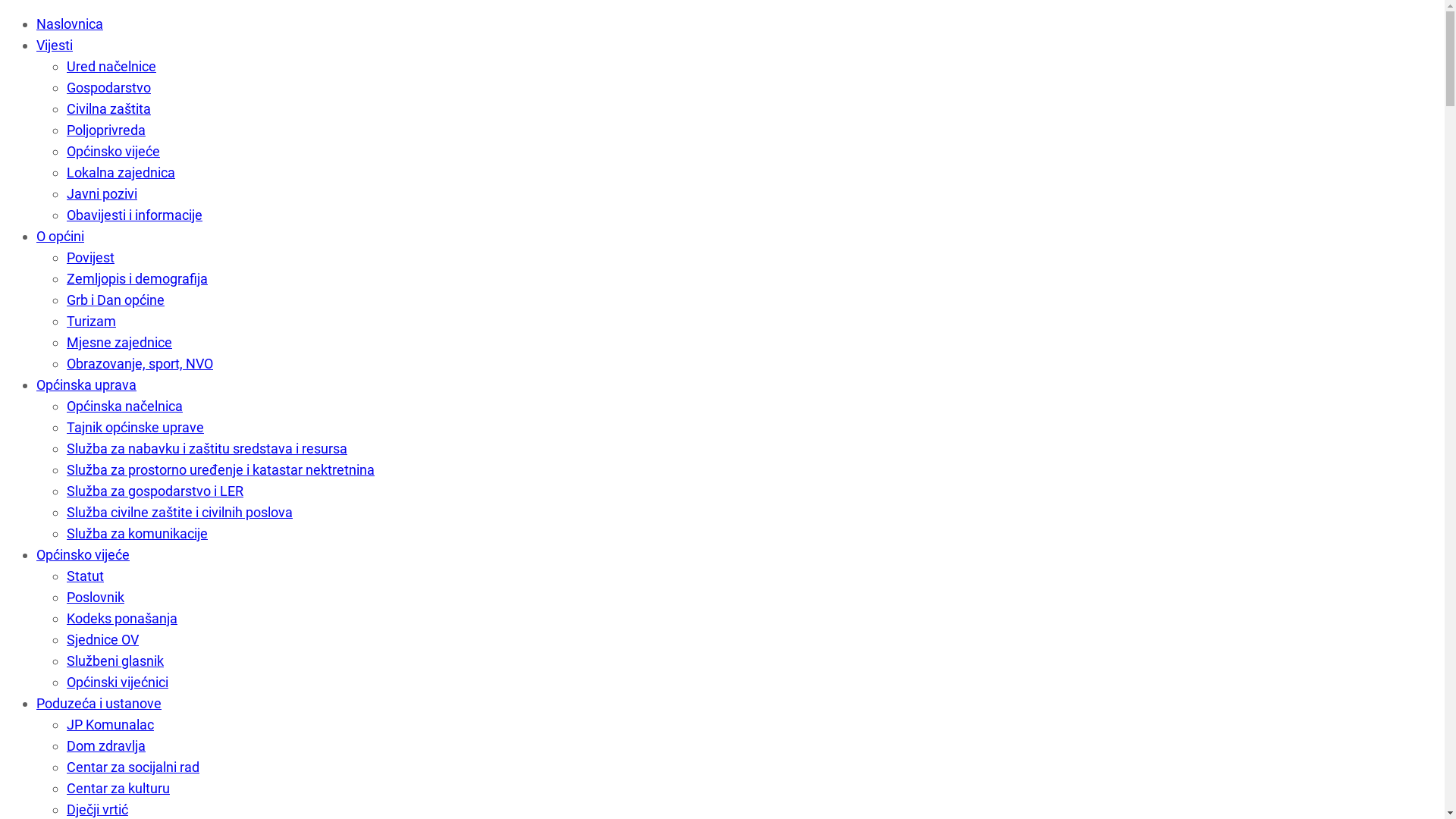 The height and width of the screenshot is (819, 1456). I want to click on 'Gospodarstvo', so click(65, 87).